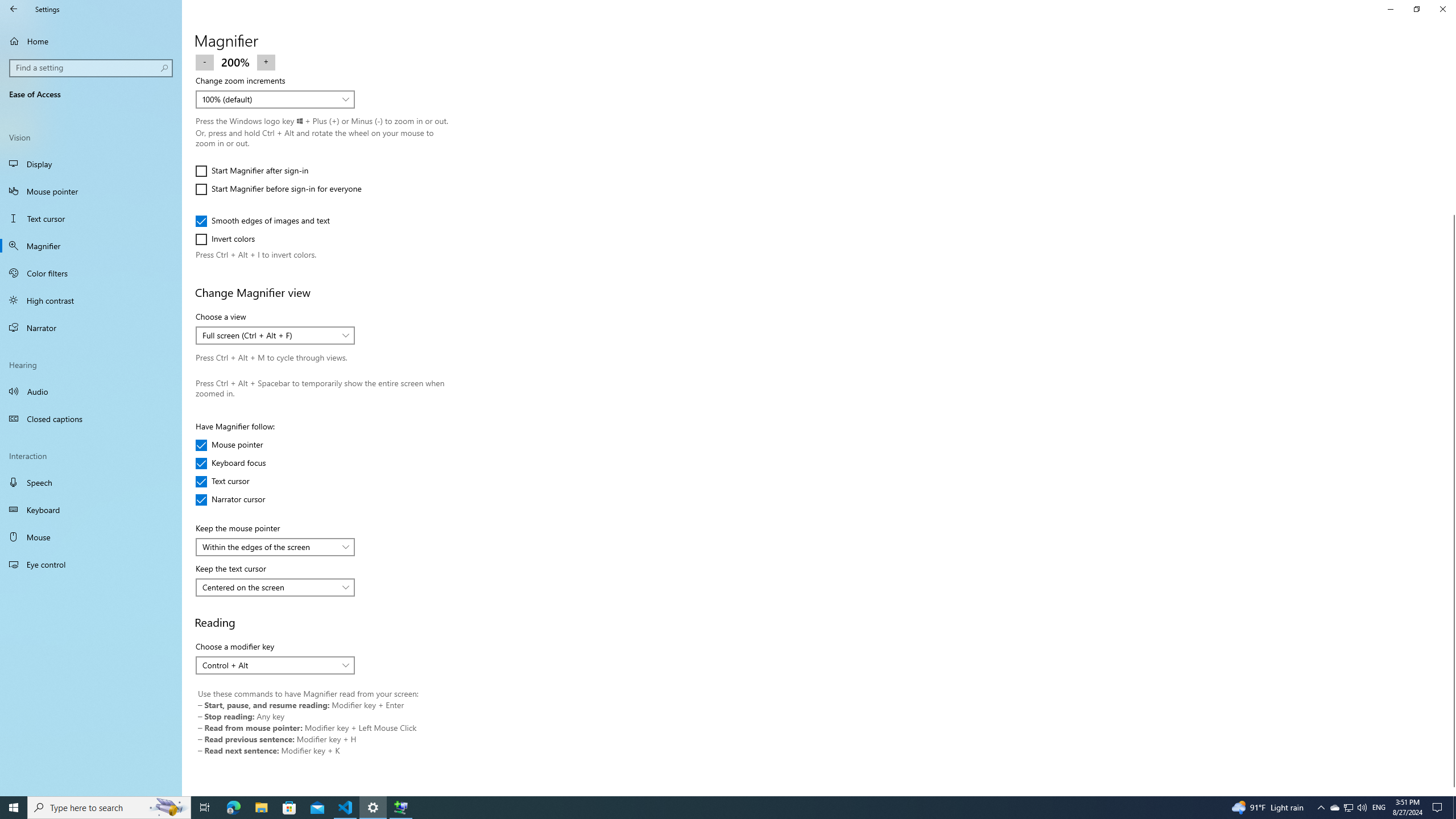 The height and width of the screenshot is (819, 1456). Describe the element at coordinates (401, 806) in the screenshot. I see `'Extensible Wizards Host Process - 1 running window'` at that location.